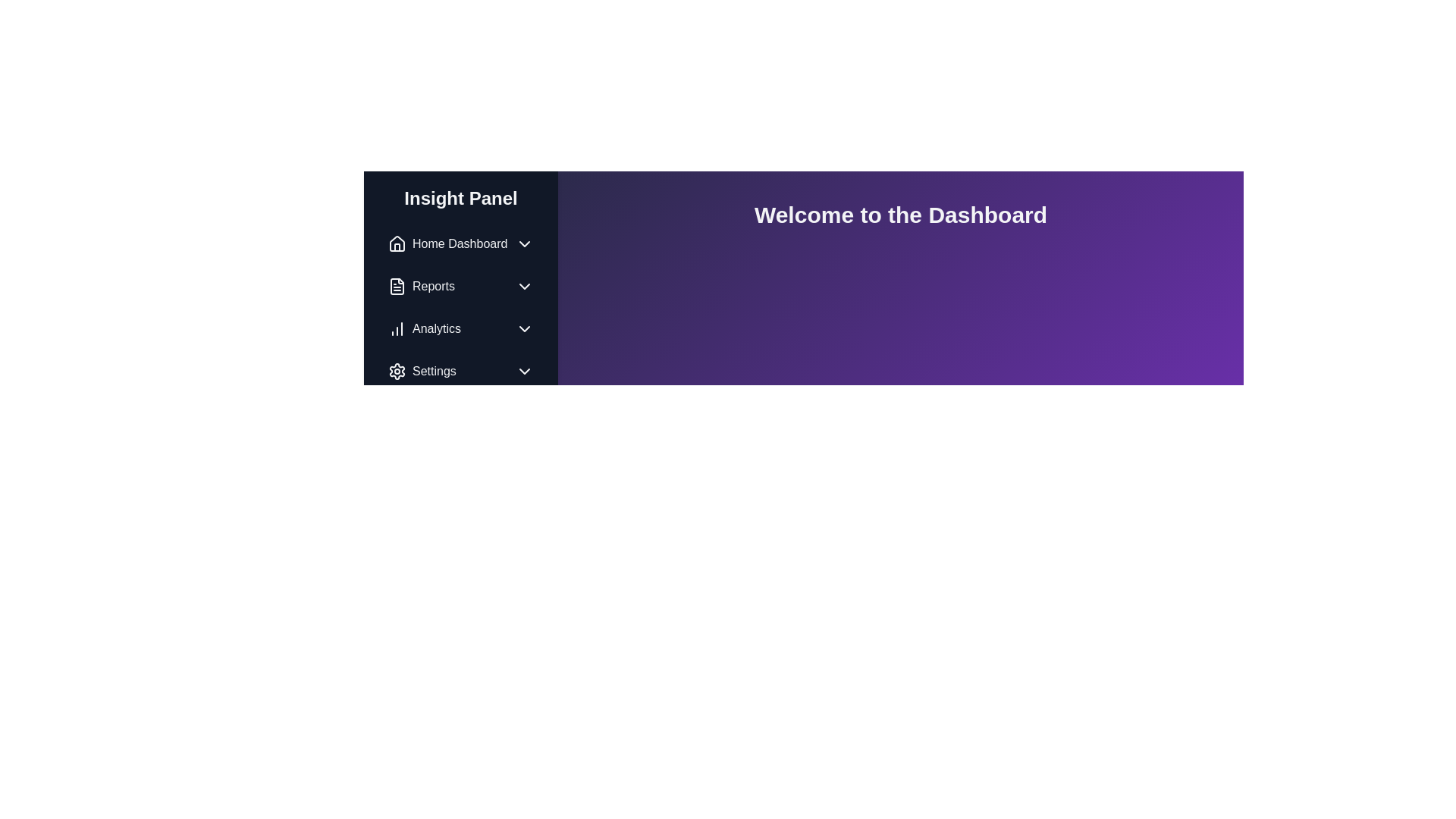 Image resolution: width=1456 pixels, height=819 pixels. I want to click on the downward-pointing chevron icon, so click(524, 328).